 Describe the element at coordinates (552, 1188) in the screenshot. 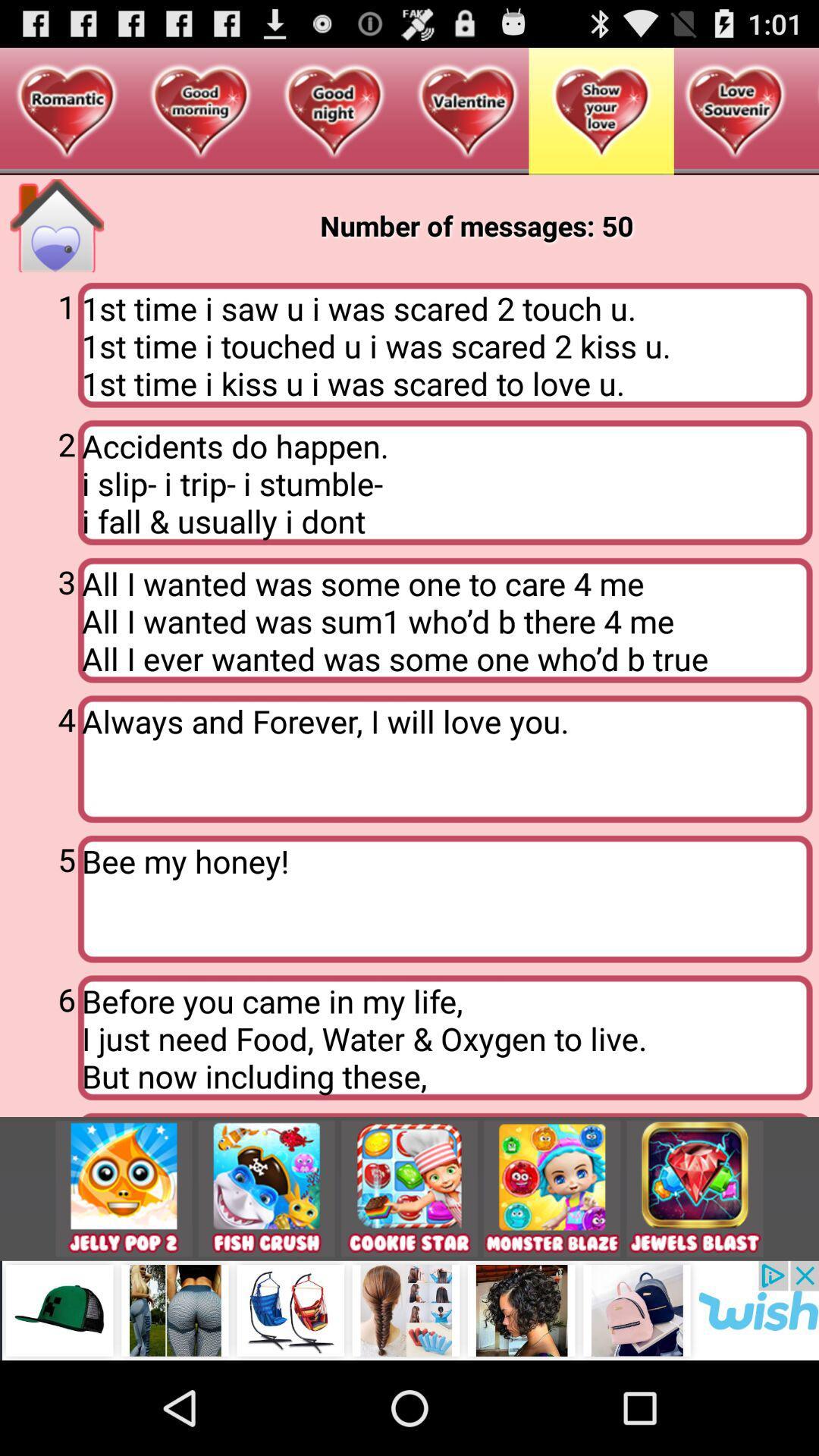

I see `choose a character` at that location.